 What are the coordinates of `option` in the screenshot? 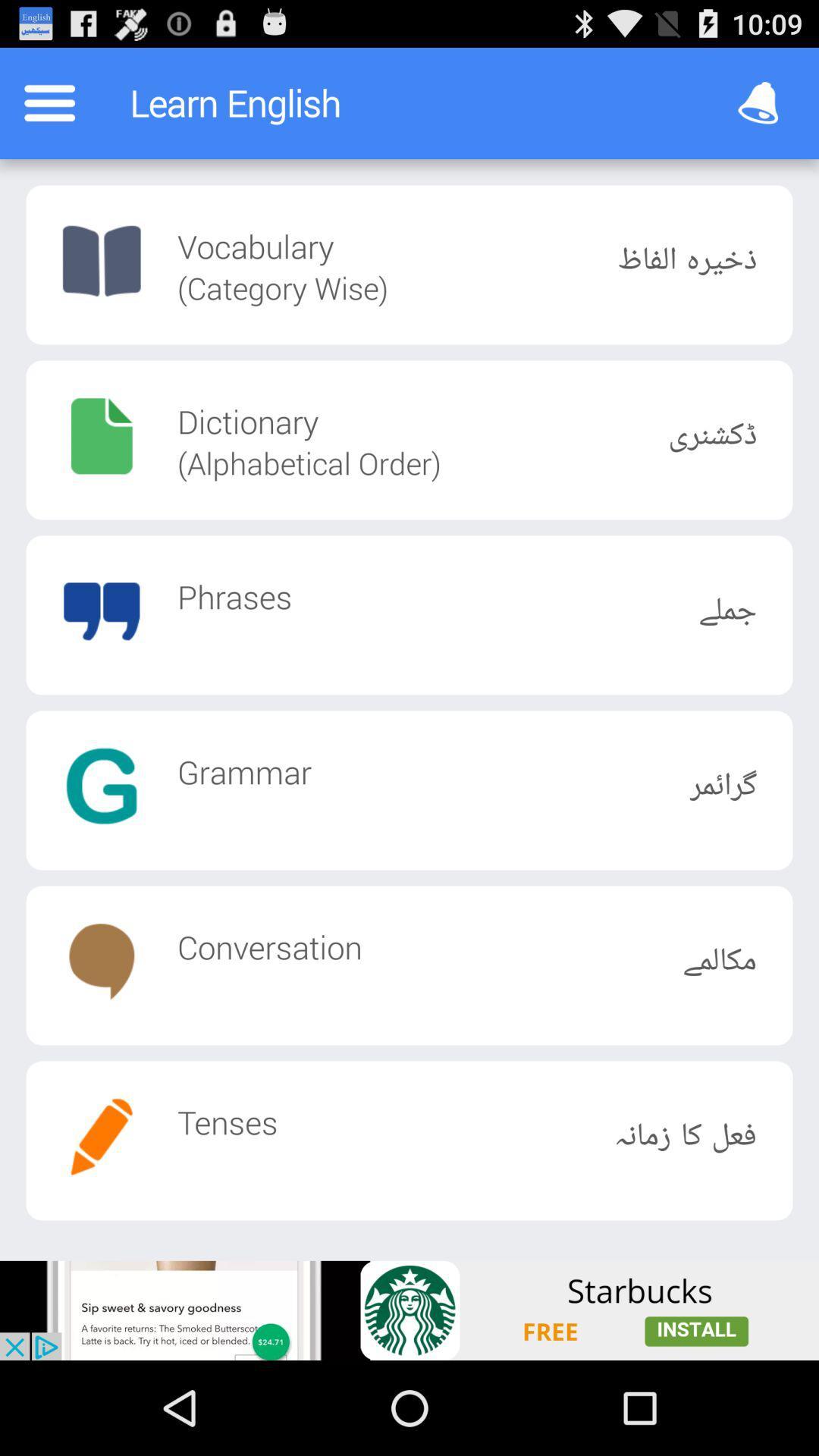 It's located at (409, 1310).